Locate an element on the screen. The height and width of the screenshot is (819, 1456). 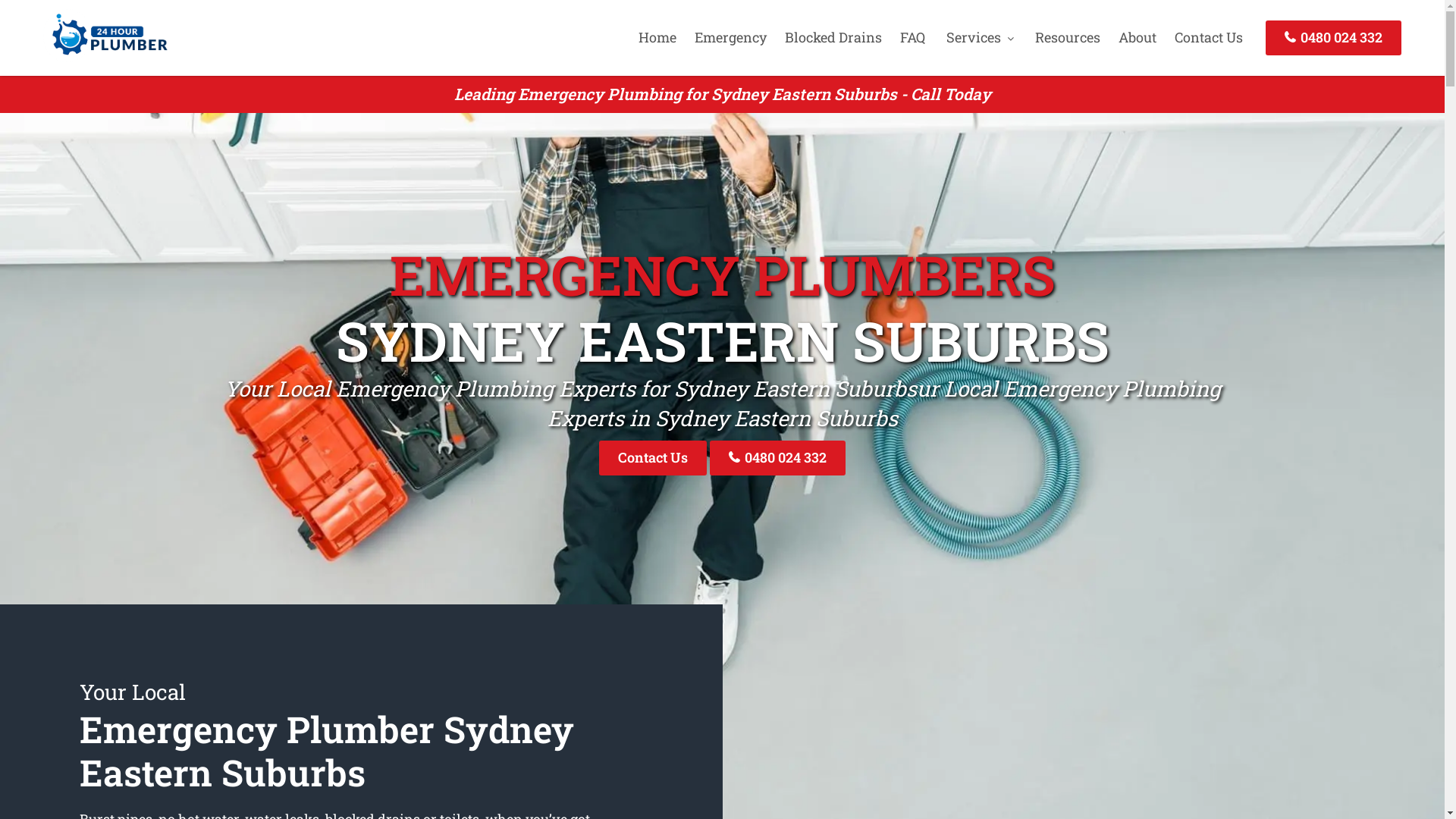
'Home' is located at coordinates (657, 36).